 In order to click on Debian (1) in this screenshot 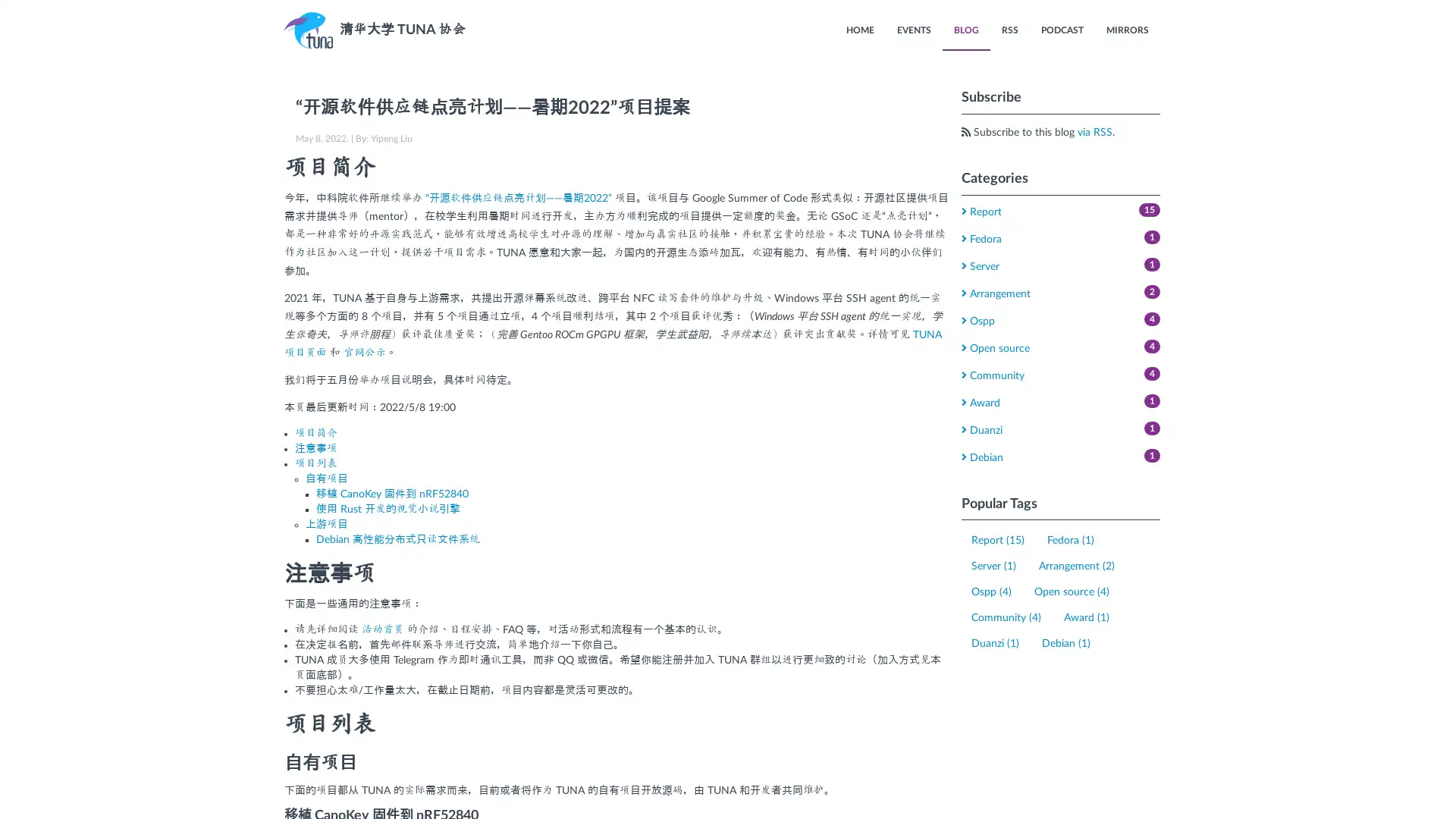, I will do `click(1065, 643)`.